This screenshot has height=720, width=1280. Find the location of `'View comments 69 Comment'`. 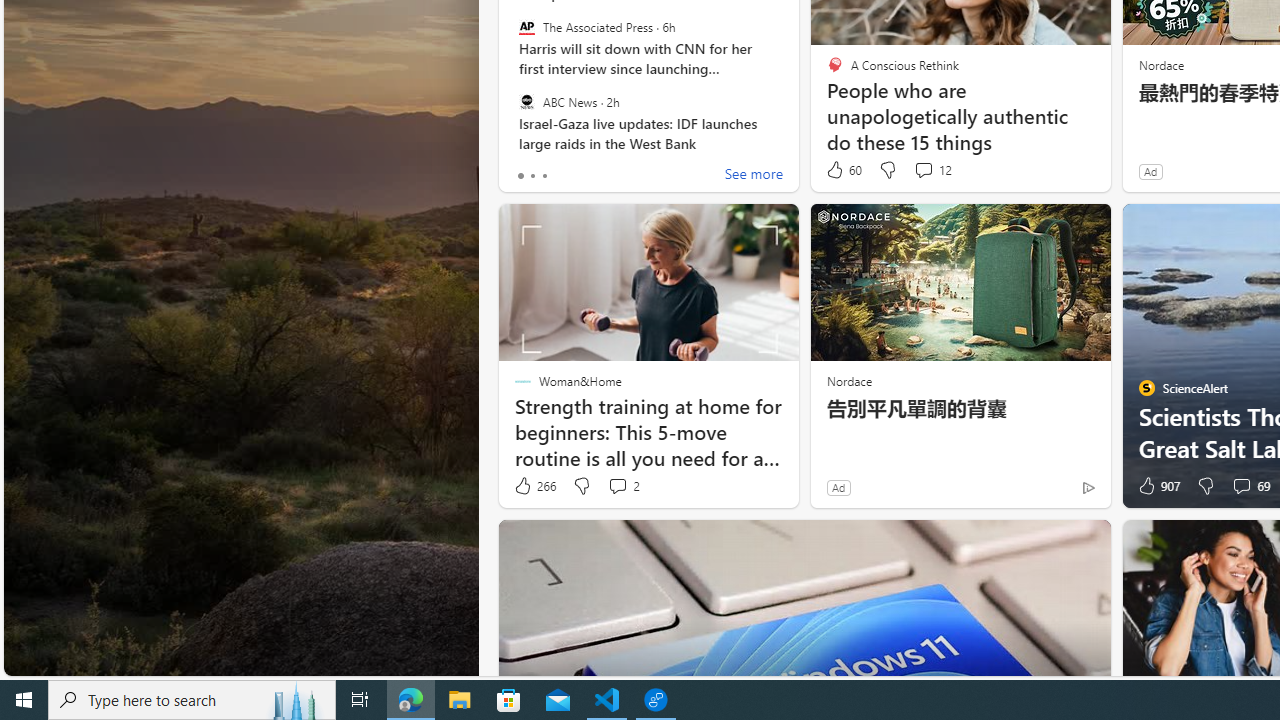

'View comments 69 Comment' is located at coordinates (1248, 486).